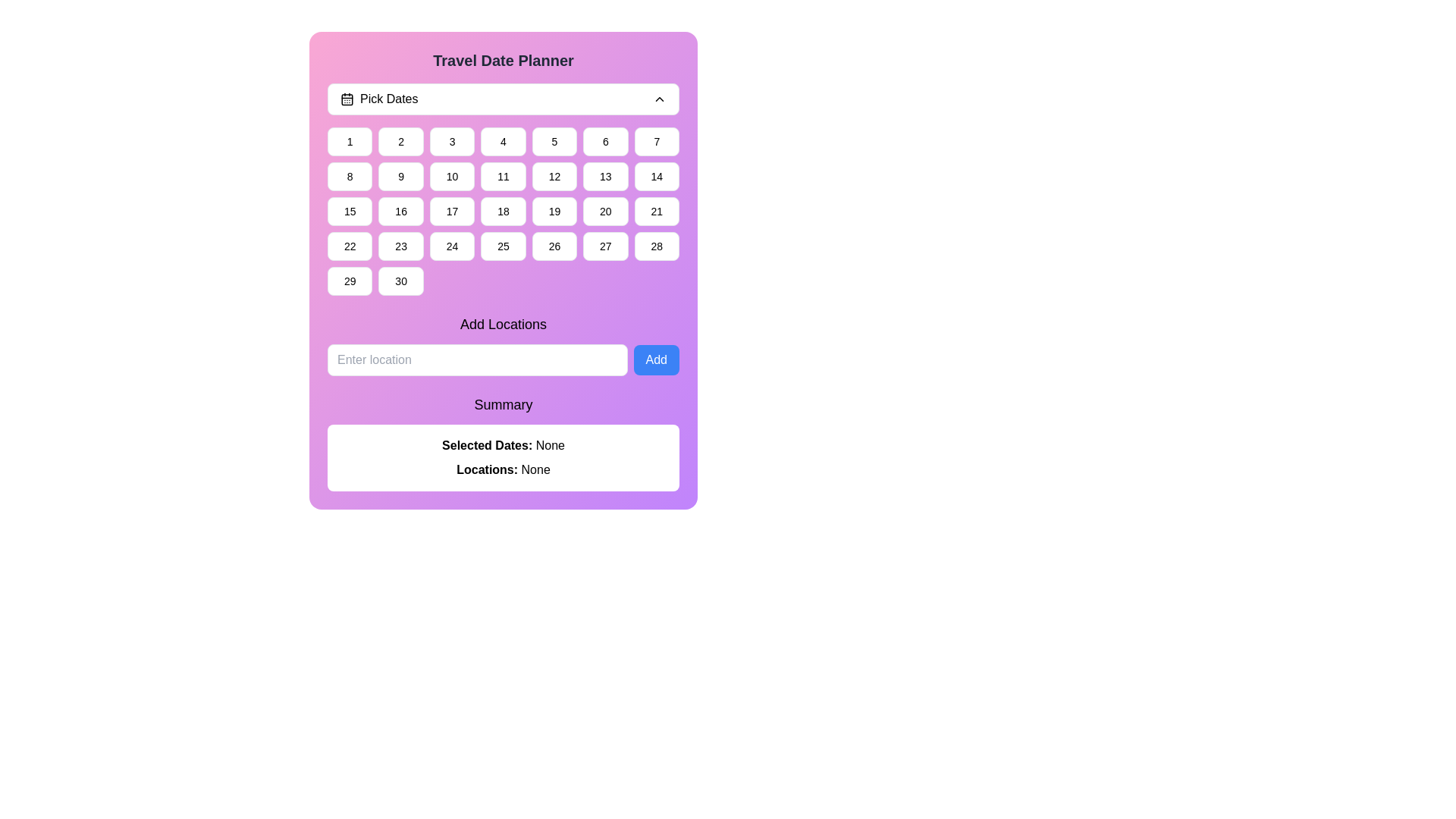 The image size is (1456, 819). What do you see at coordinates (554, 245) in the screenshot?
I see `the button representing the selectable date 26 in the date picker interface, located as the sixth button in the fourth row of the grid` at bounding box center [554, 245].